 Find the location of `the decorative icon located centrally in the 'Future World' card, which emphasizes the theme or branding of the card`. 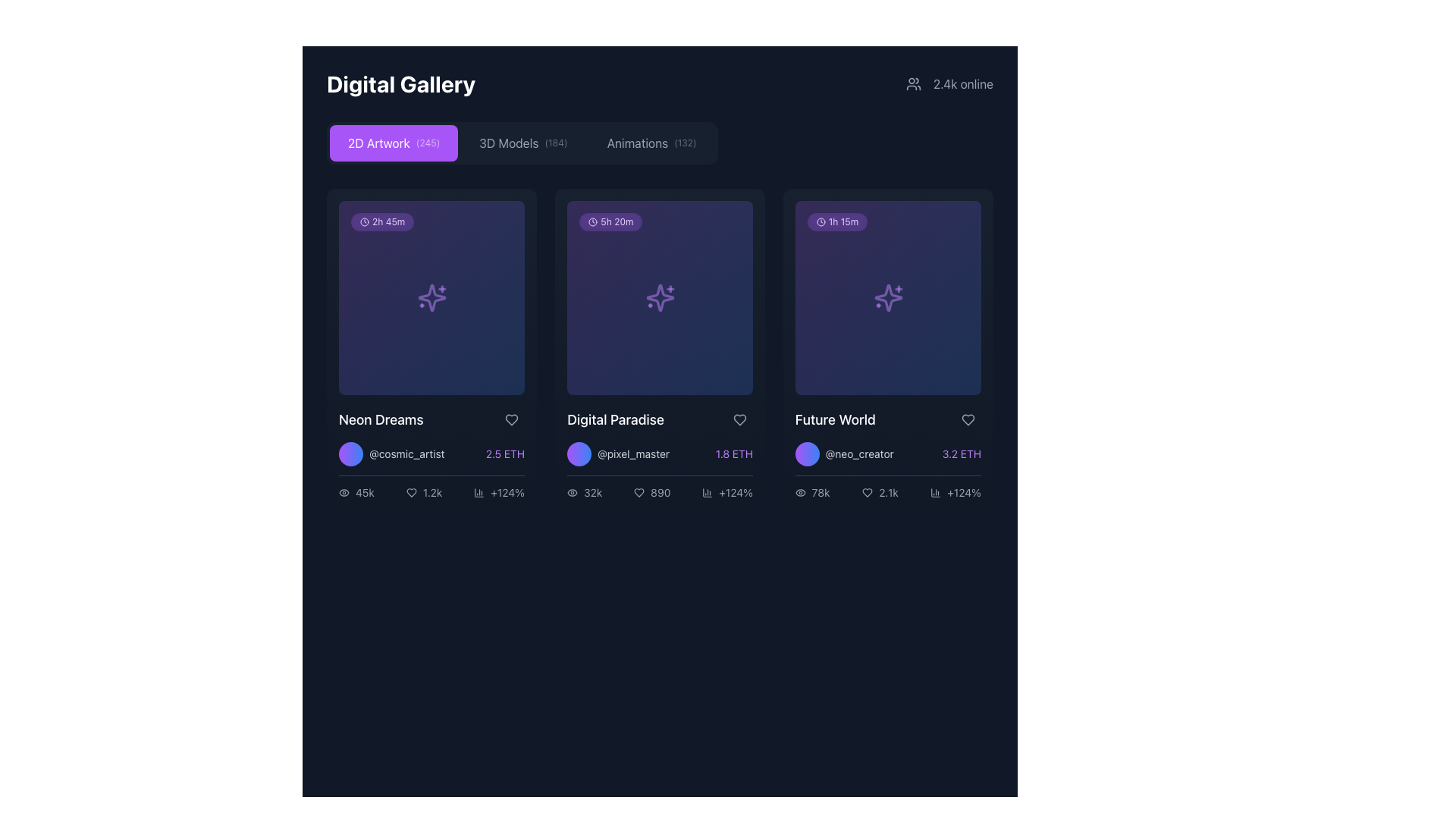

the decorative icon located centrally in the 'Future World' card, which emphasizes the theme or branding of the card is located at coordinates (888, 298).